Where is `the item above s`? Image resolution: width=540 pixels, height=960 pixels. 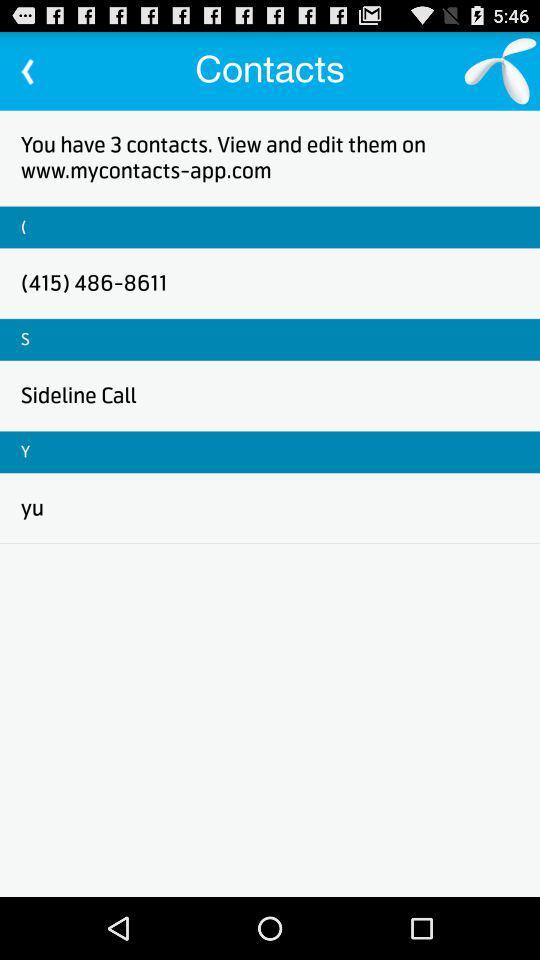 the item above s is located at coordinates (93, 282).